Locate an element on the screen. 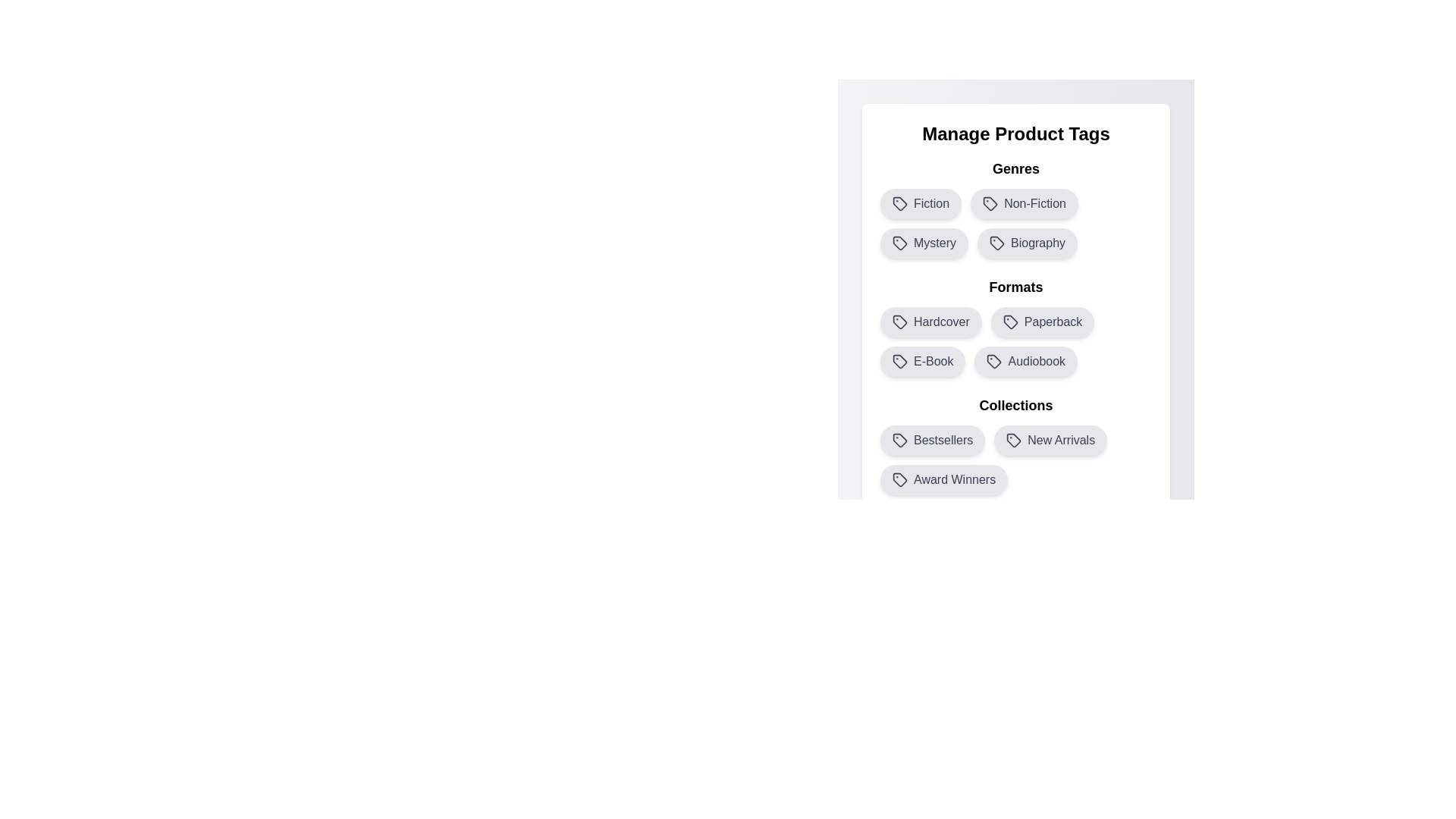  the decorative 'Bestsellers' tag icon located in the top-left corner of the 'Collections' section of the product tag manager interface is located at coordinates (899, 441).